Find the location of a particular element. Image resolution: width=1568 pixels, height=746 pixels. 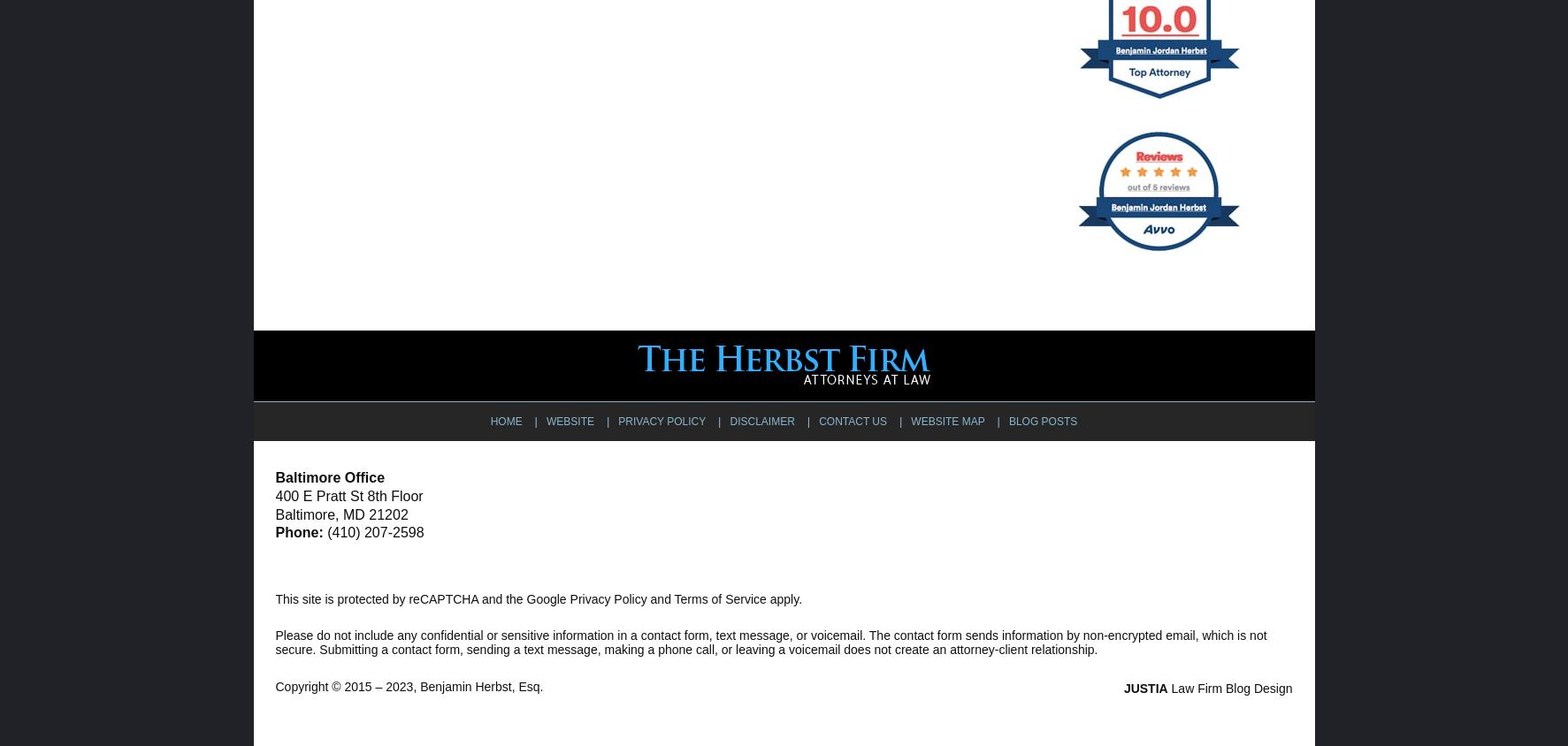

'Disclaimer' is located at coordinates (761, 420).